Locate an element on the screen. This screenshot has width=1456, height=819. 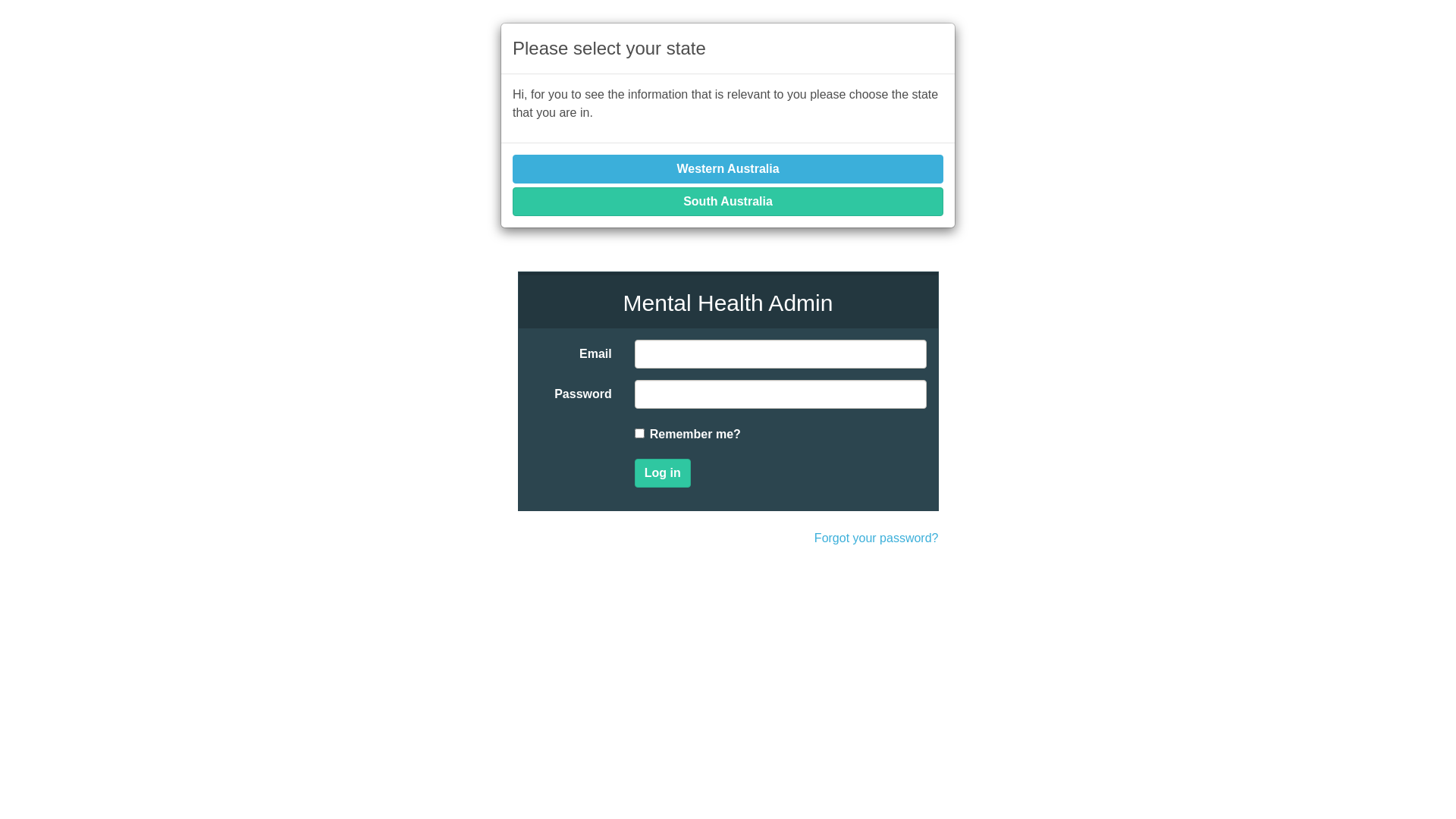
'Western Australia' is located at coordinates (728, 169).